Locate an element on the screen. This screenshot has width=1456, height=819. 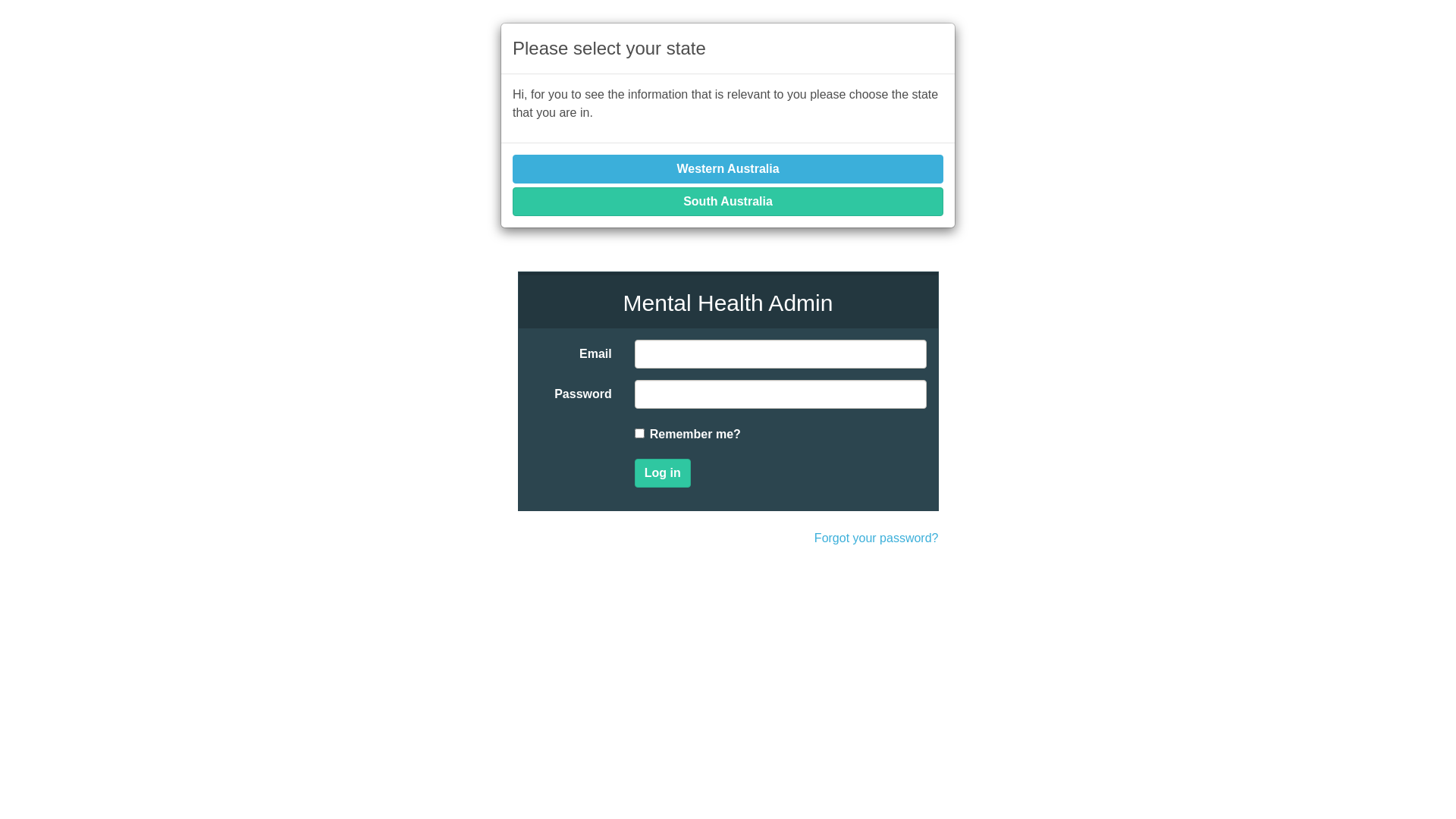
'Western Australia' is located at coordinates (728, 169).